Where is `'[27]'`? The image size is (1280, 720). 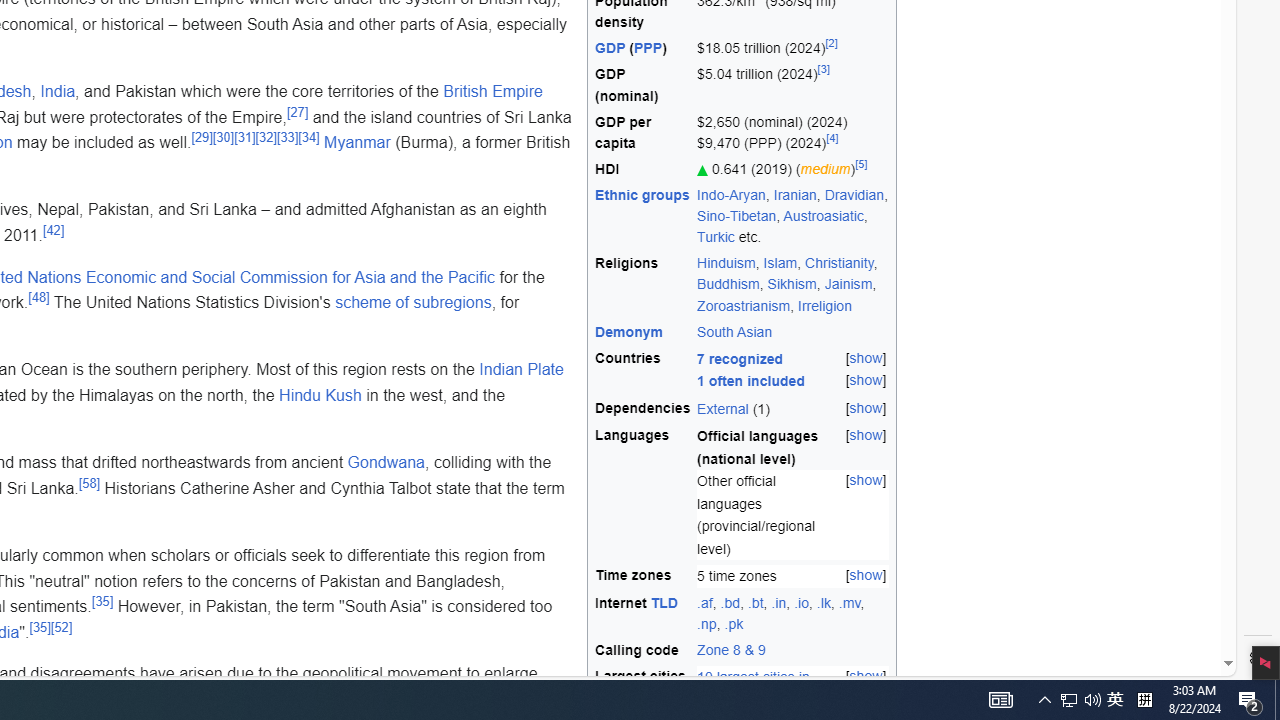
'[27]' is located at coordinates (295, 111).